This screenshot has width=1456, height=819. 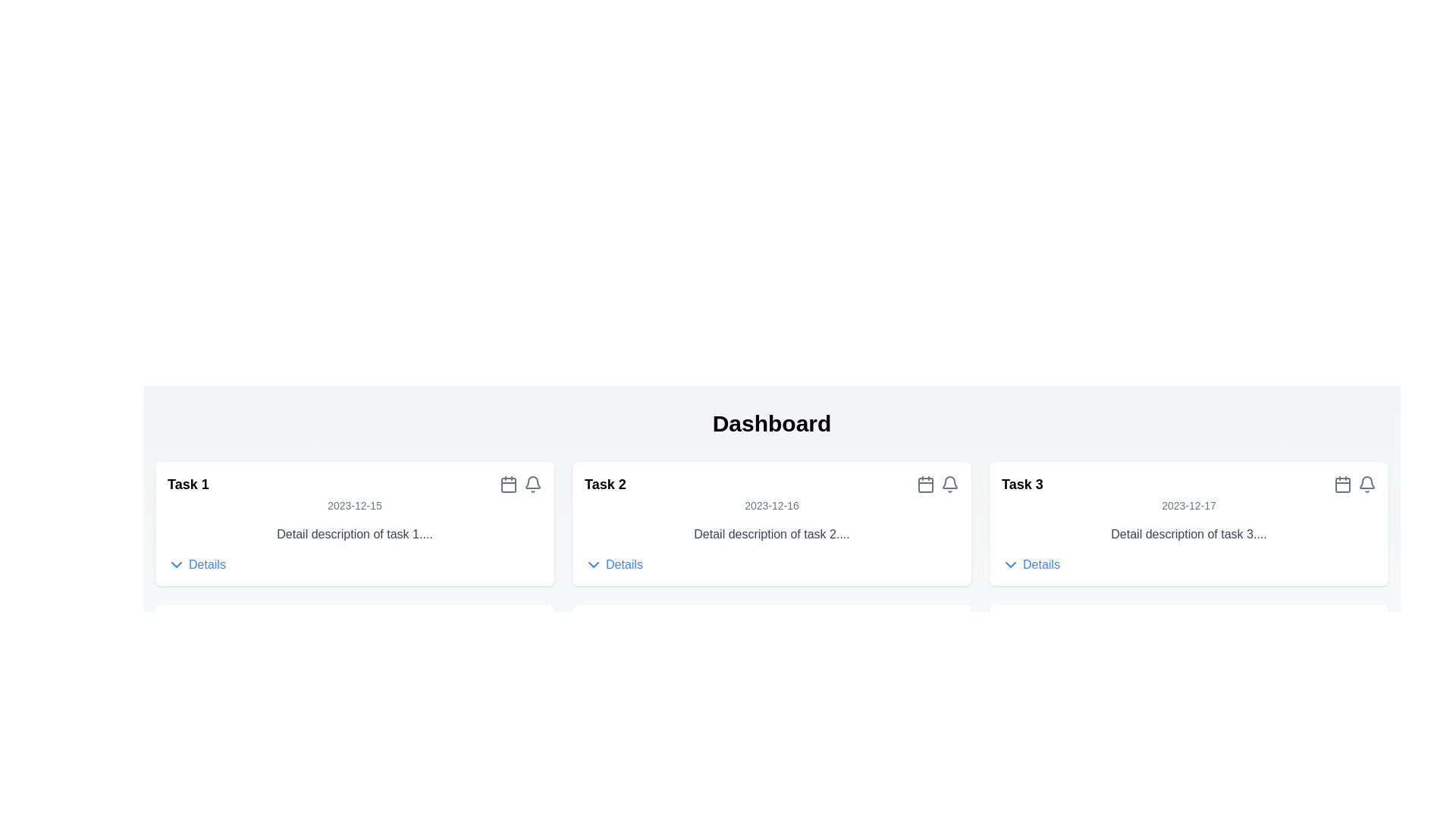 What do you see at coordinates (1030, 564) in the screenshot?
I see `the button with text and icon located at the bottom section of the 'Task 3' panel` at bounding box center [1030, 564].